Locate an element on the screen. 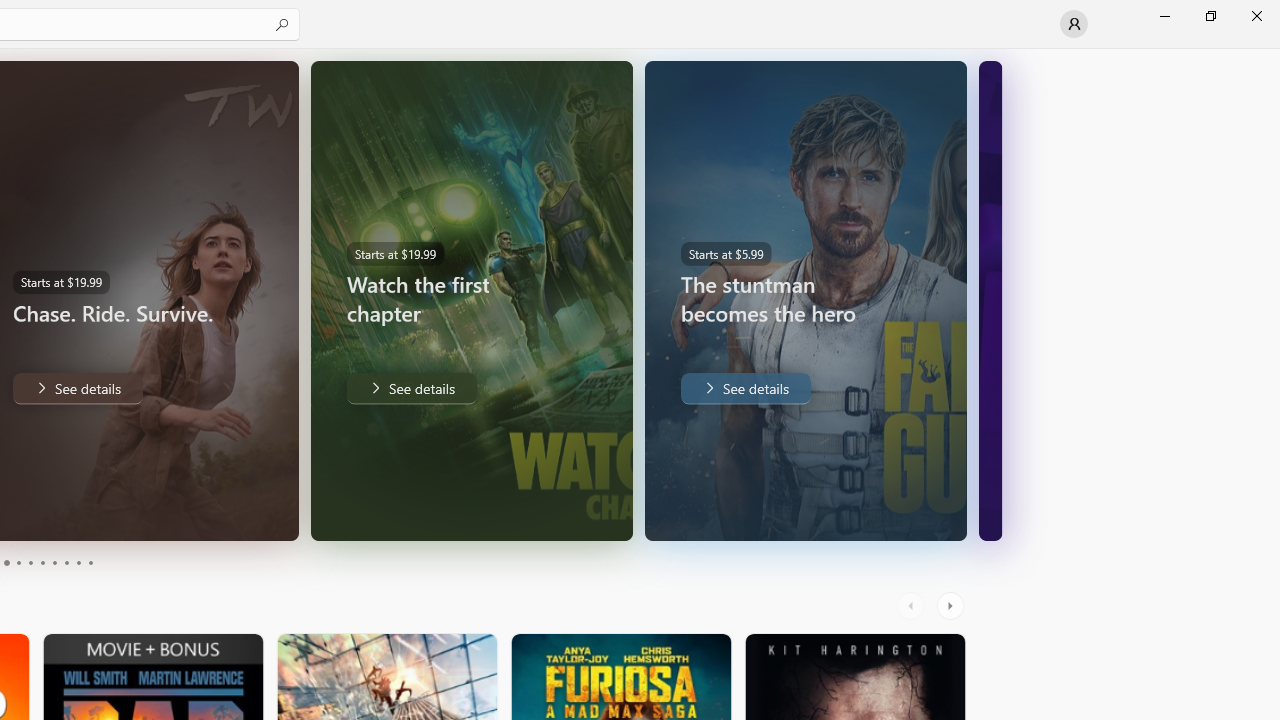  'Page 6' is located at coordinates (42, 563).